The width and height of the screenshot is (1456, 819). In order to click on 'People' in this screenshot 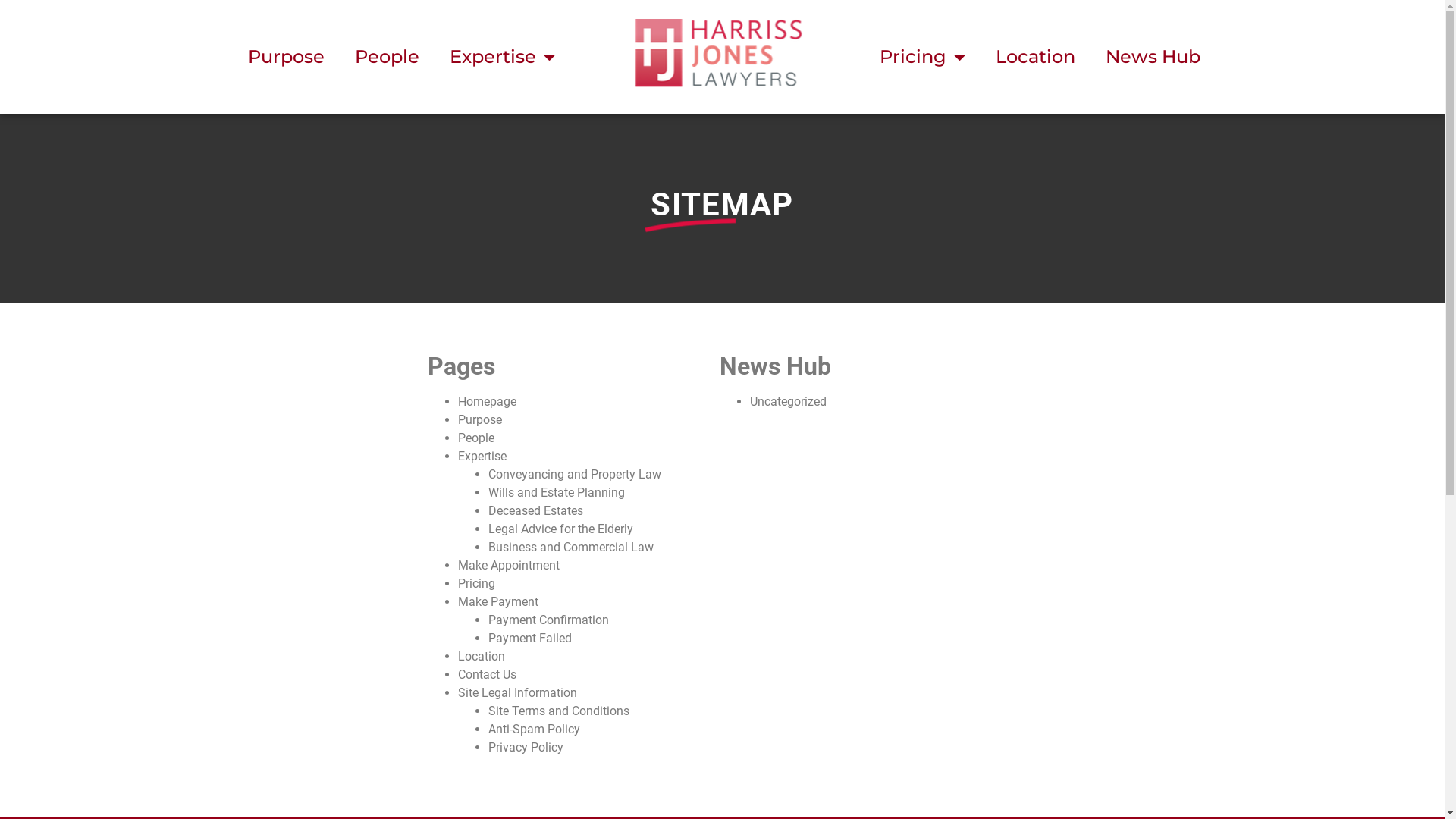, I will do `click(457, 438)`.